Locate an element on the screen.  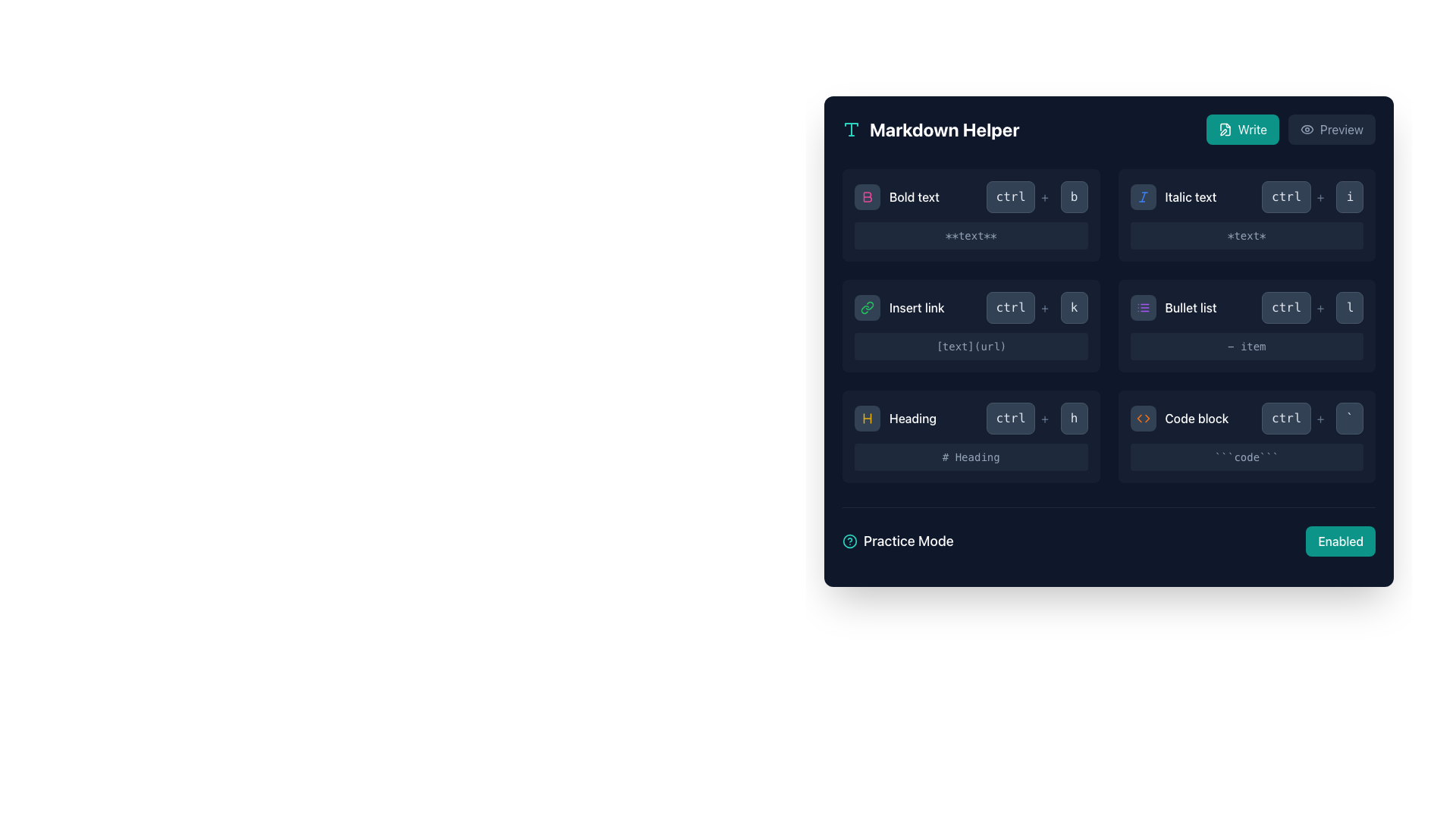
the Text heading element, which serves as the title for the current interface section, located at the top-left corner of the central UI panel is located at coordinates (943, 128).